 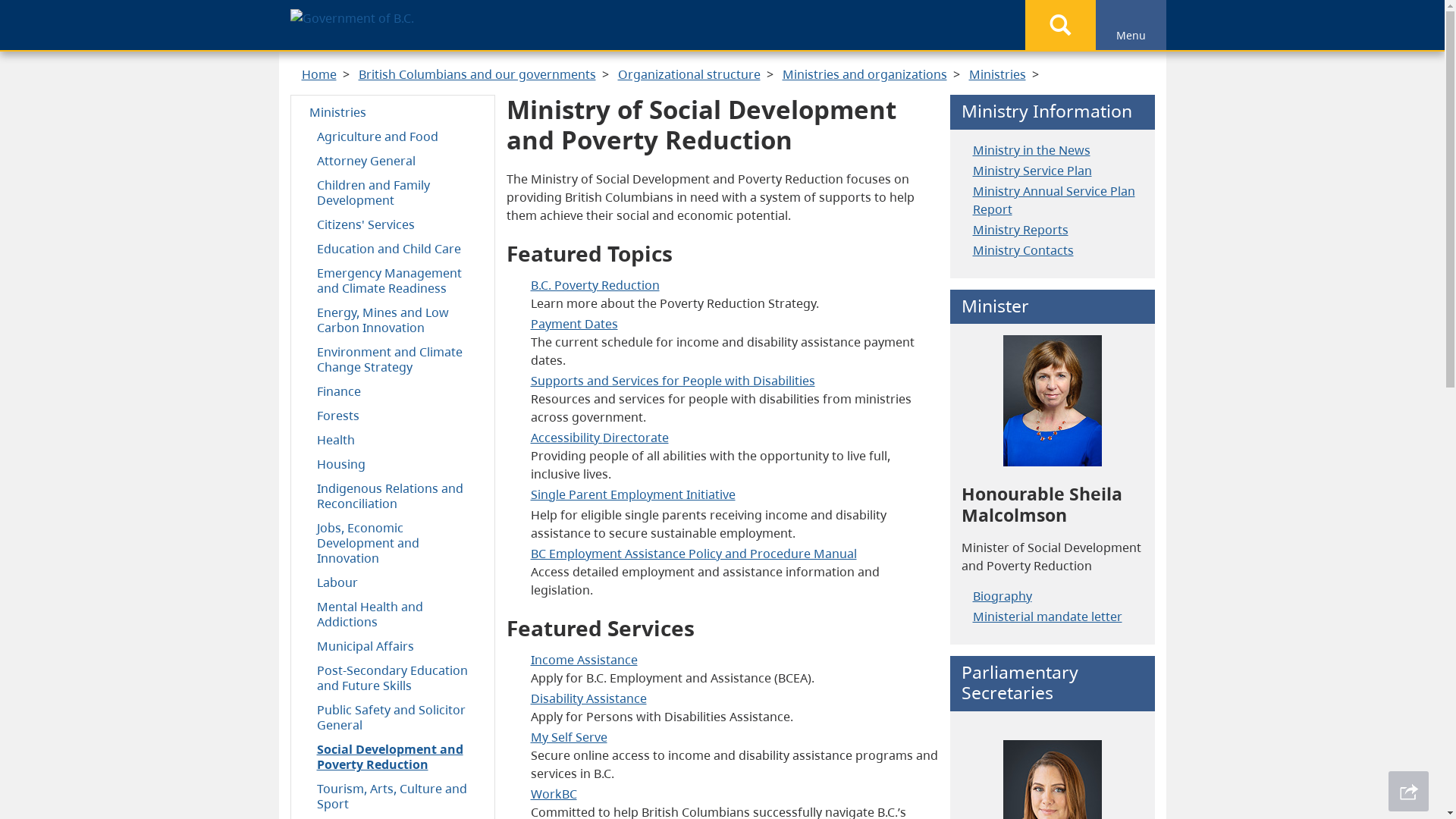 I want to click on 'Energy, Mines and Low Carbon Innovation', so click(x=393, y=318).